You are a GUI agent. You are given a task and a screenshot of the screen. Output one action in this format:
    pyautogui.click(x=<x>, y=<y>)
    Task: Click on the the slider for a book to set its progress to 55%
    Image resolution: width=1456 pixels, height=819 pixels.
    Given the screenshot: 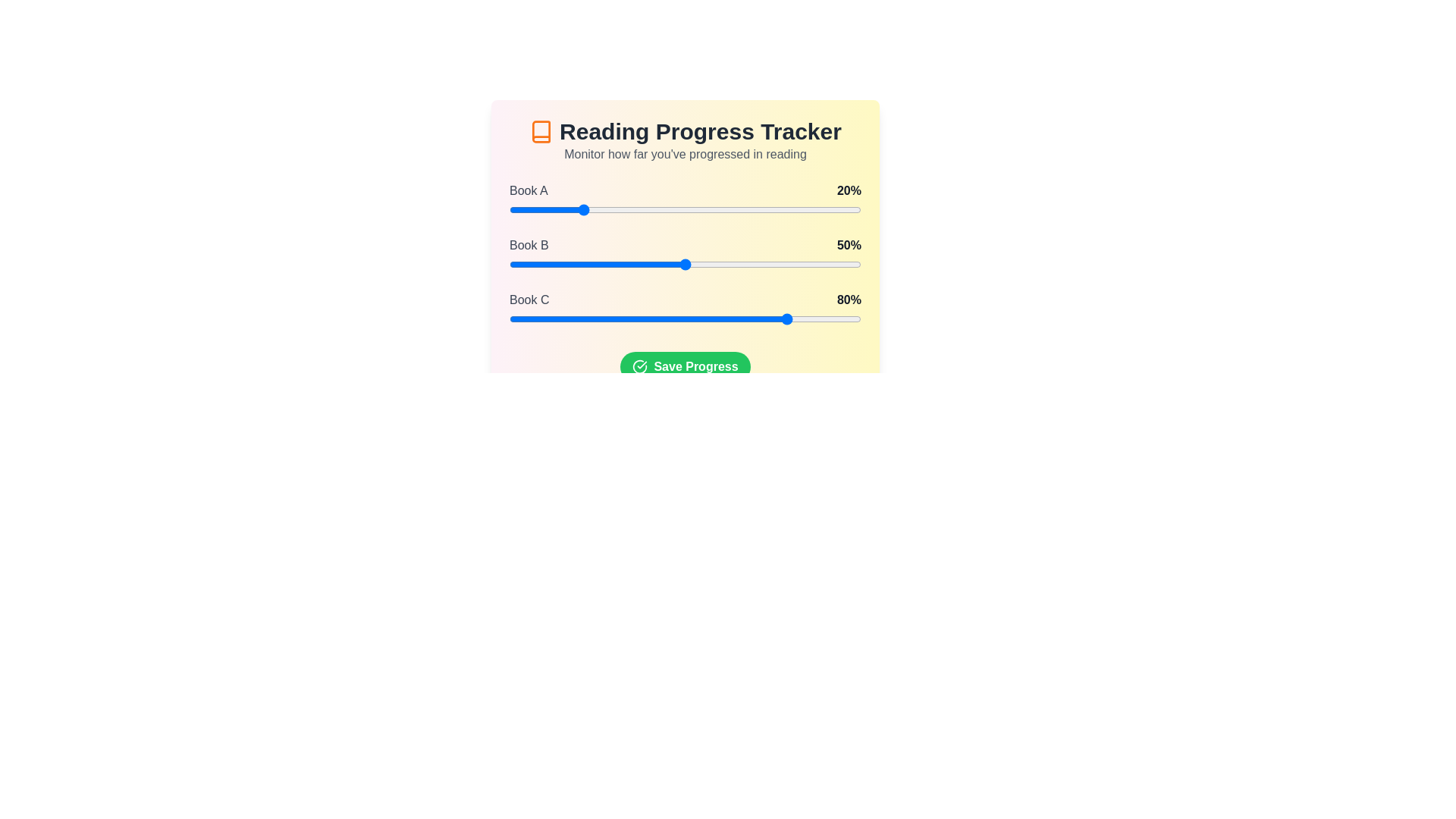 What is the action you would take?
    pyautogui.click(x=702, y=210)
    